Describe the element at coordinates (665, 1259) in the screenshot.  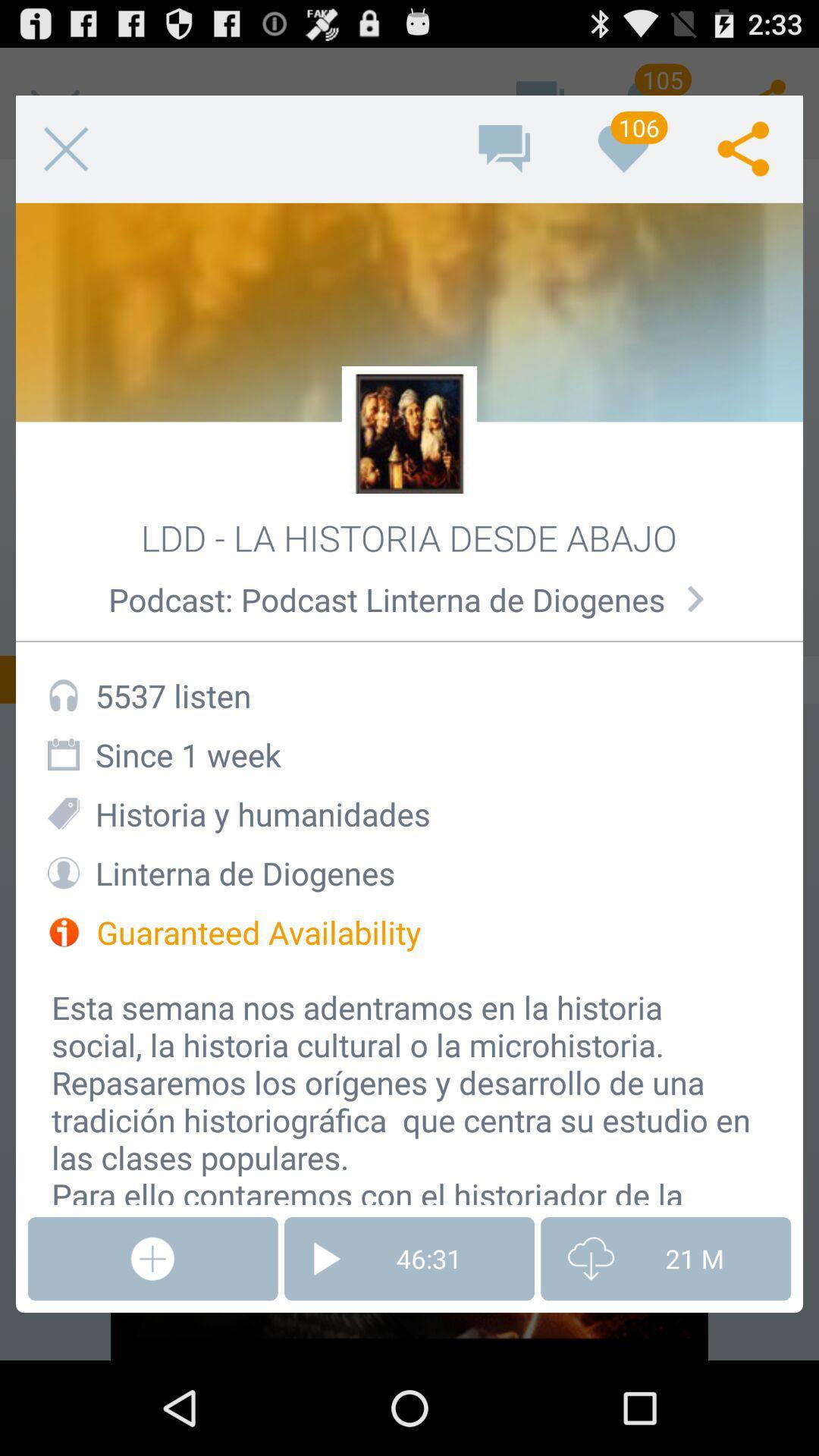
I see `the icon to the right of 46:31` at that location.